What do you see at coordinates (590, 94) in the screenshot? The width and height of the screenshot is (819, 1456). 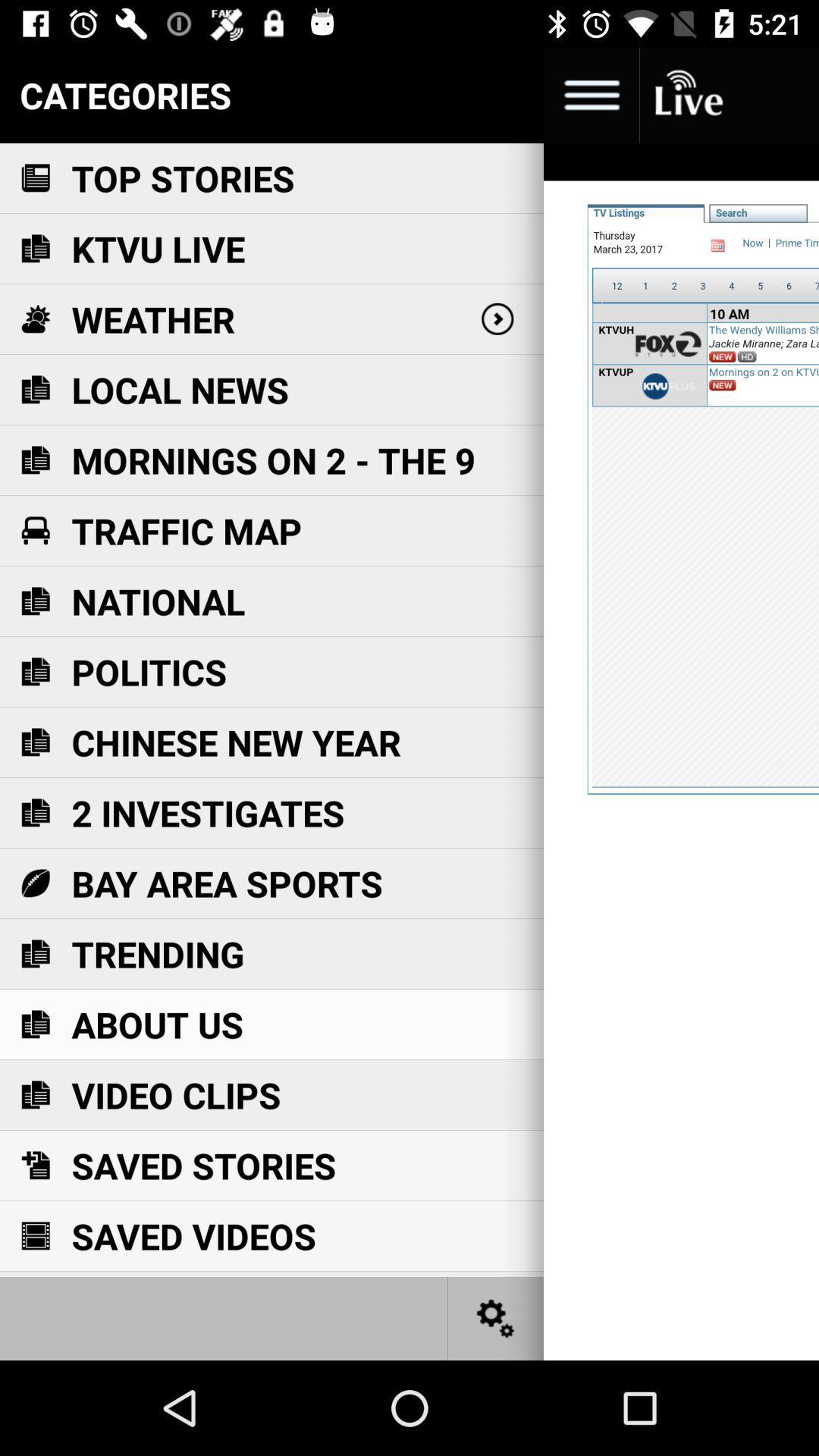 I see `open men` at bounding box center [590, 94].